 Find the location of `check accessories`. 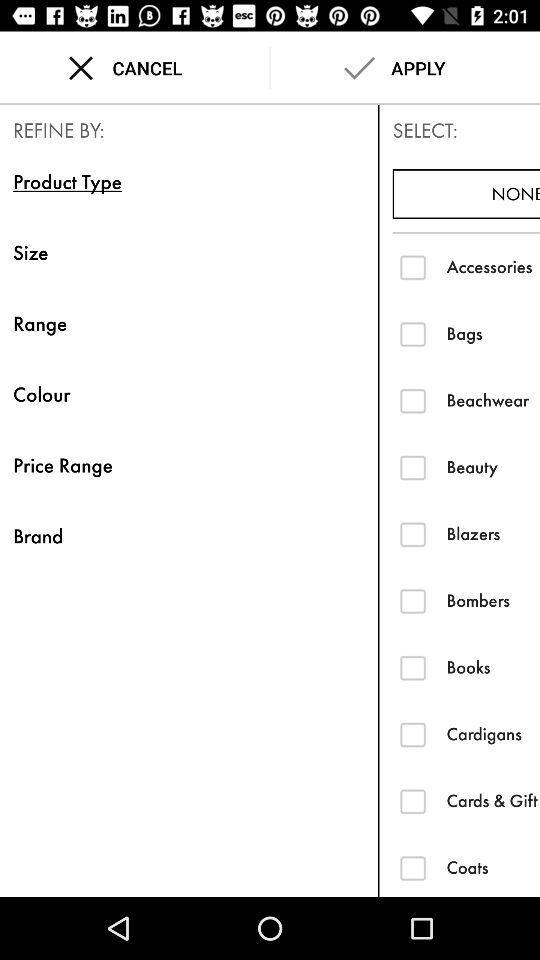

check accessories is located at coordinates (412, 266).